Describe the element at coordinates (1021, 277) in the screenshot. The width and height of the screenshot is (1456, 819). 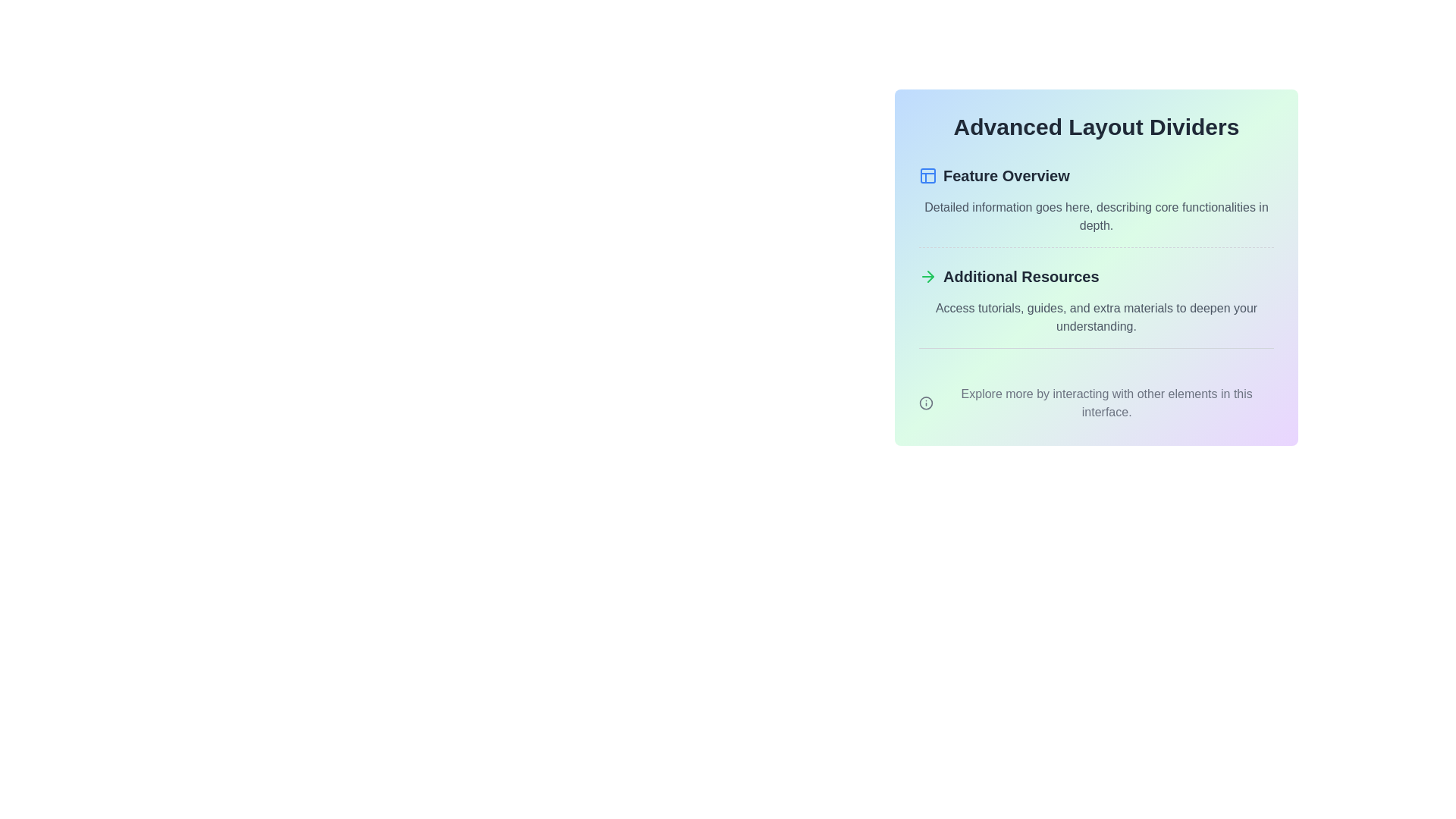
I see `the 'Additional Resources' text label, which is displayed in a large, bold, gray-colored font, located near the upper-center section of the interface` at that location.